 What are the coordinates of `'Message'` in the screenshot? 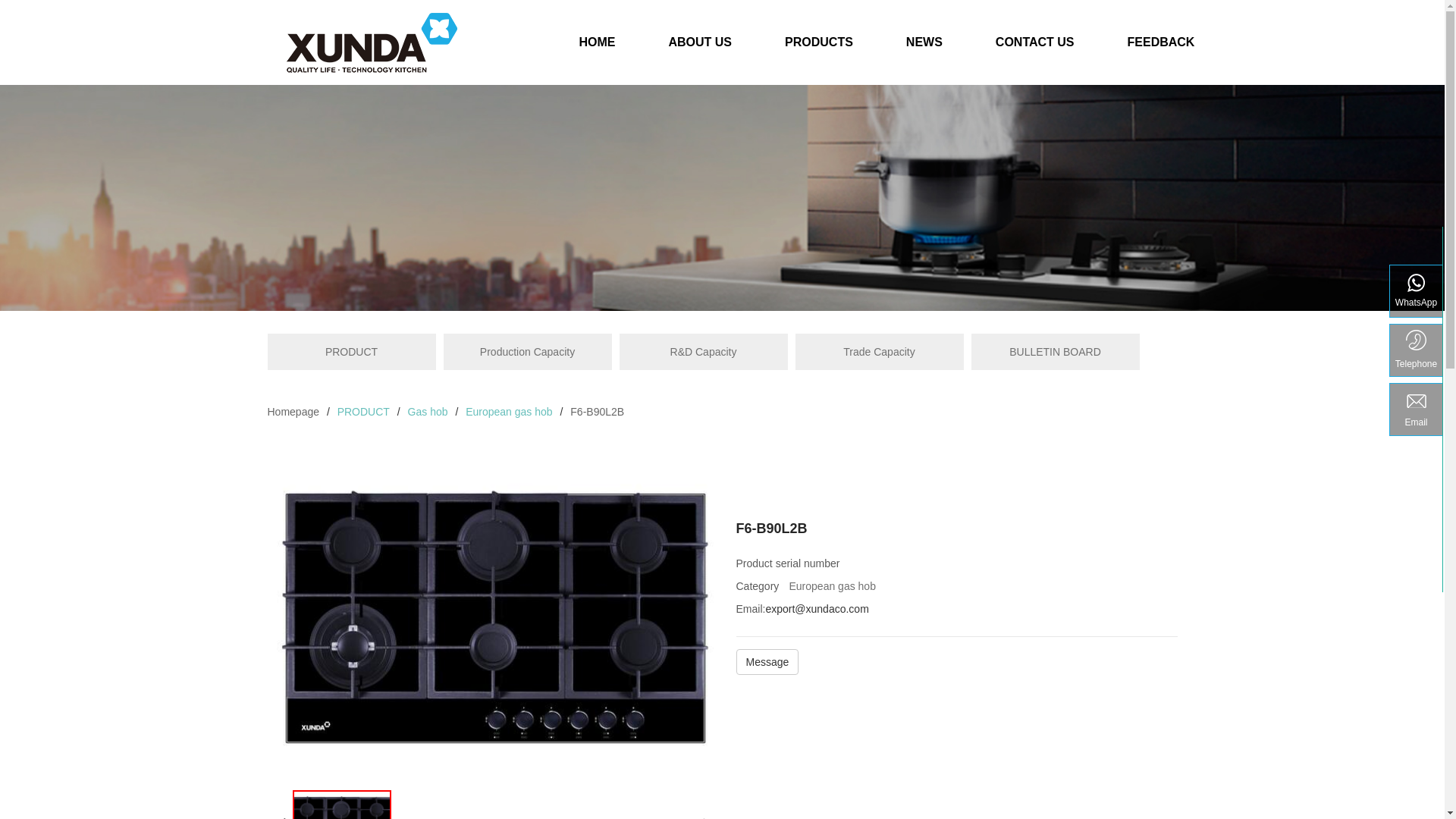 It's located at (767, 661).